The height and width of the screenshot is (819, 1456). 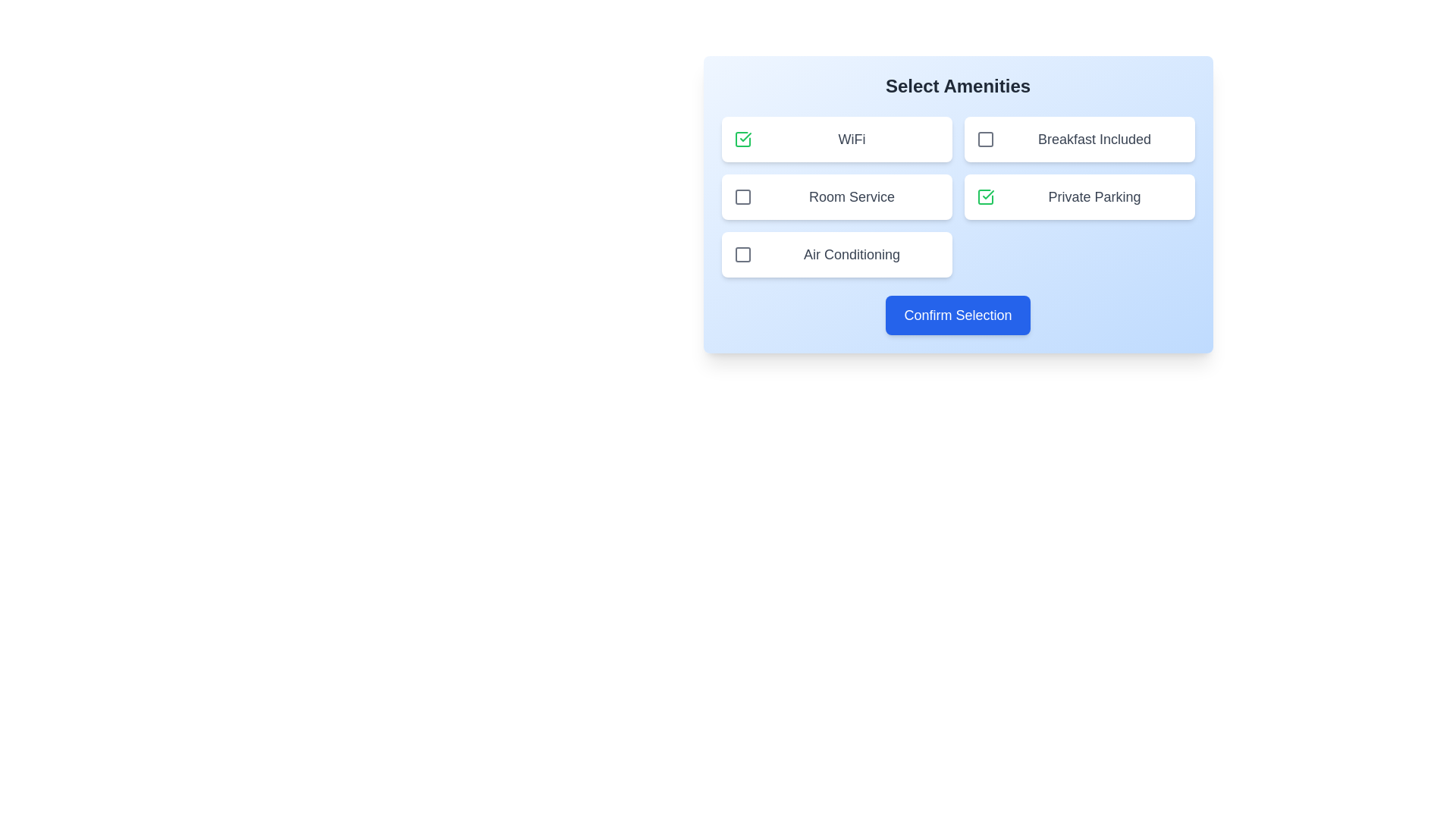 I want to click on the green-bordered checkbox with a bold green checkmark next to the 'Private Parking' text, so click(x=985, y=196).